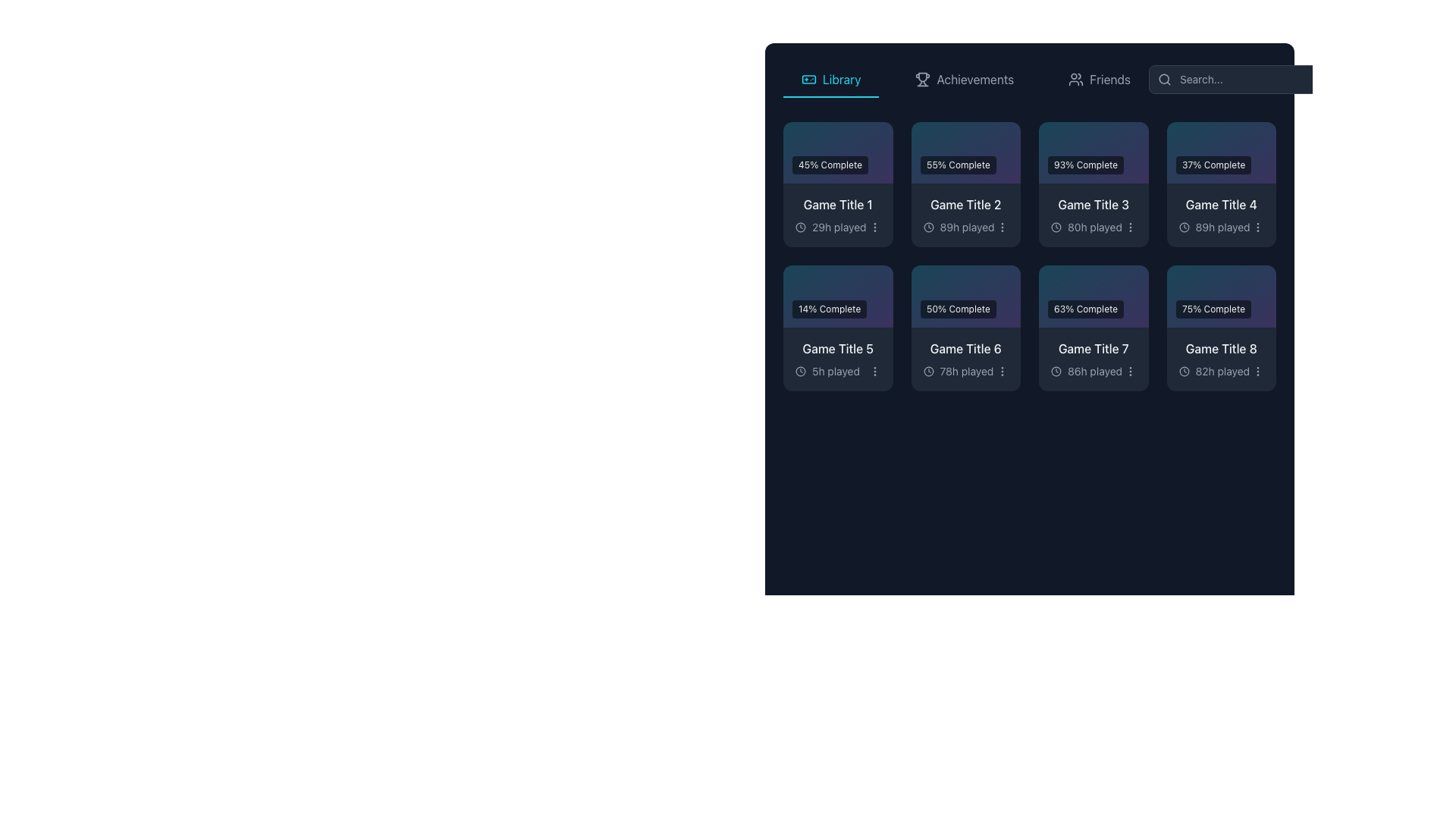  What do you see at coordinates (800, 227) in the screenshot?
I see `the time played icon located at the start of the '29h played' label on the card titled 'Game Title 1'` at bounding box center [800, 227].